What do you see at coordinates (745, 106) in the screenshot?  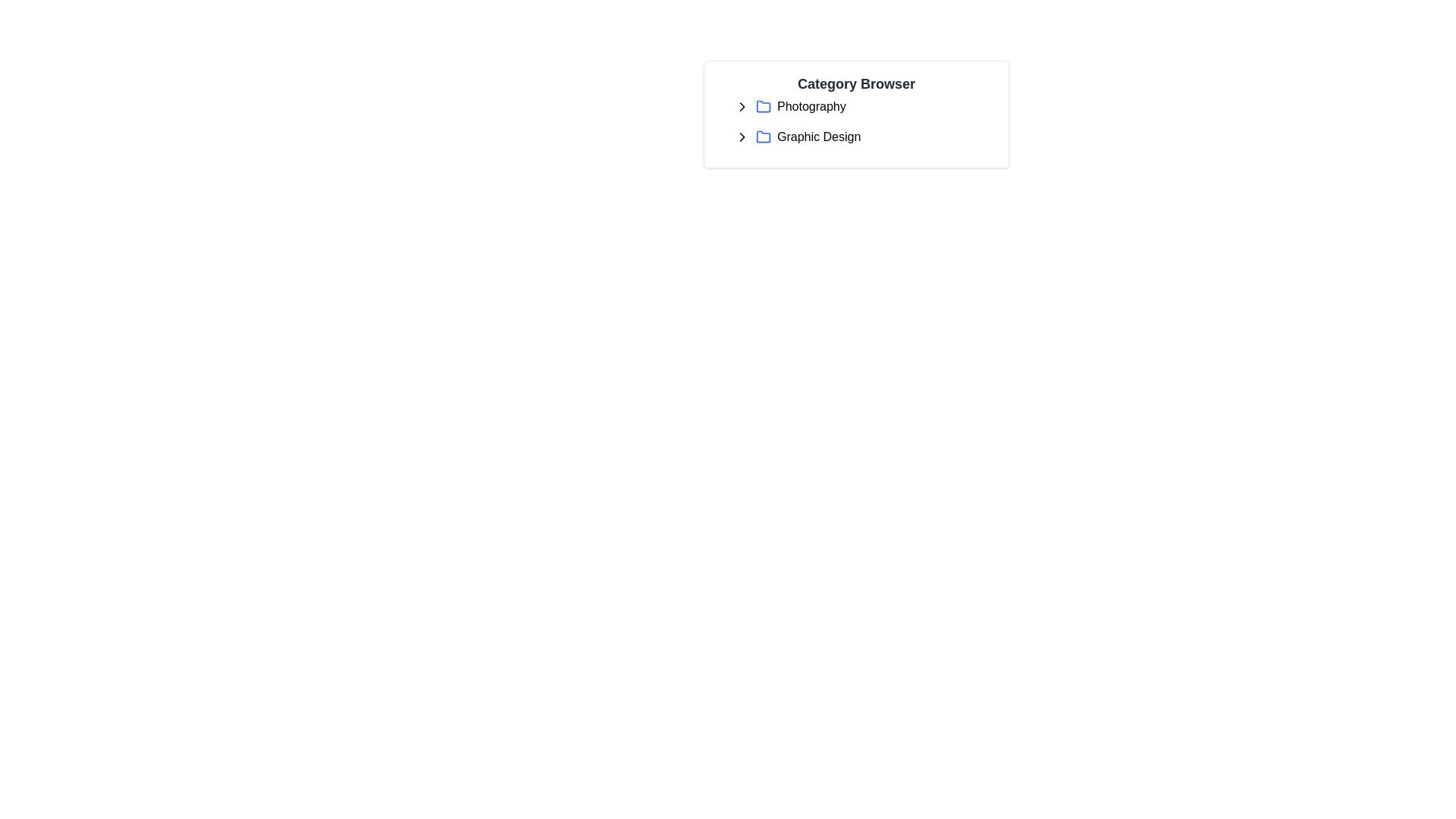 I see `the chevron icon next to the 'Photography' text` at bounding box center [745, 106].